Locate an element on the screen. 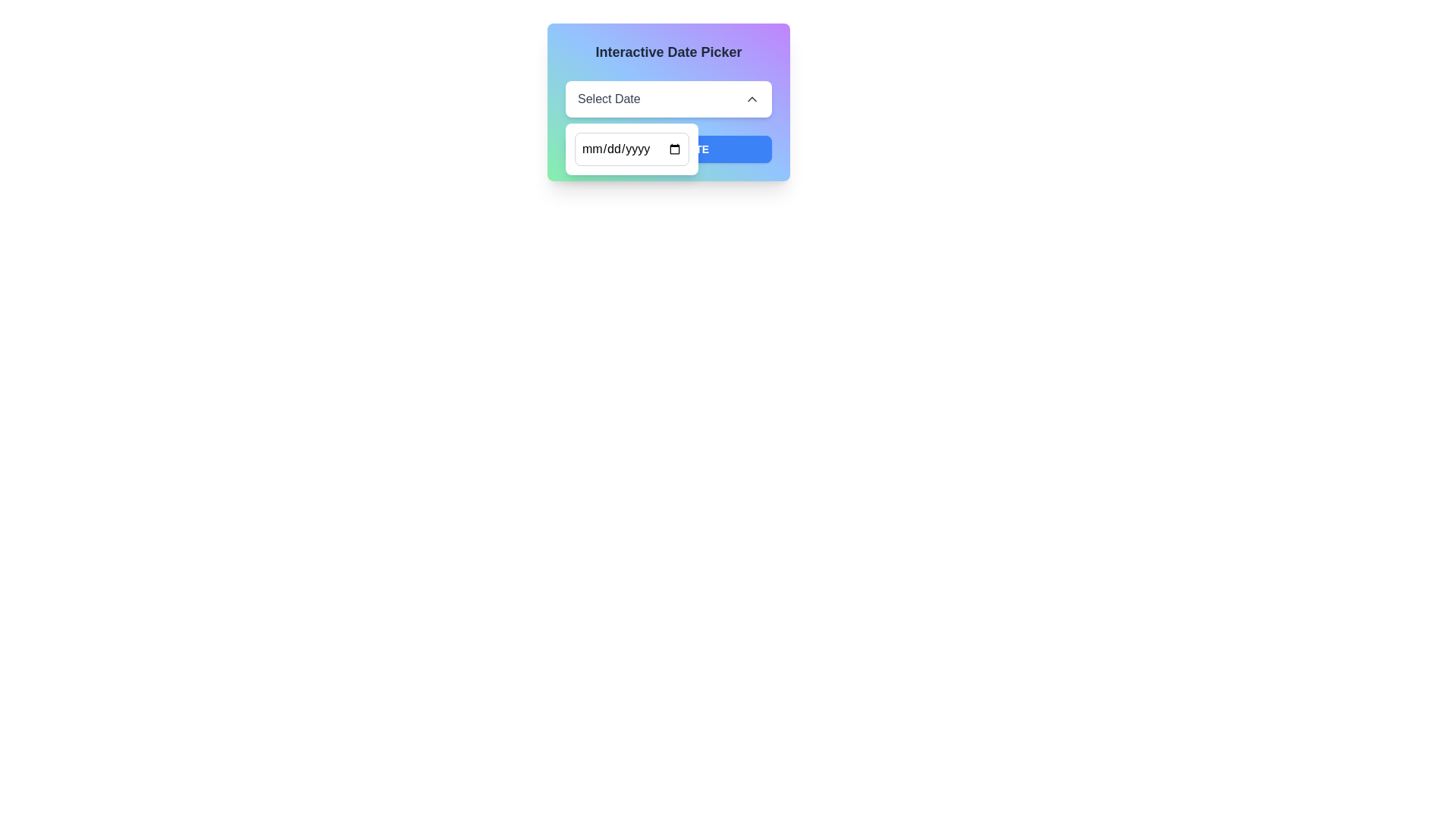 Image resolution: width=1456 pixels, height=819 pixels. the Date Picker Input Field is located at coordinates (632, 149).